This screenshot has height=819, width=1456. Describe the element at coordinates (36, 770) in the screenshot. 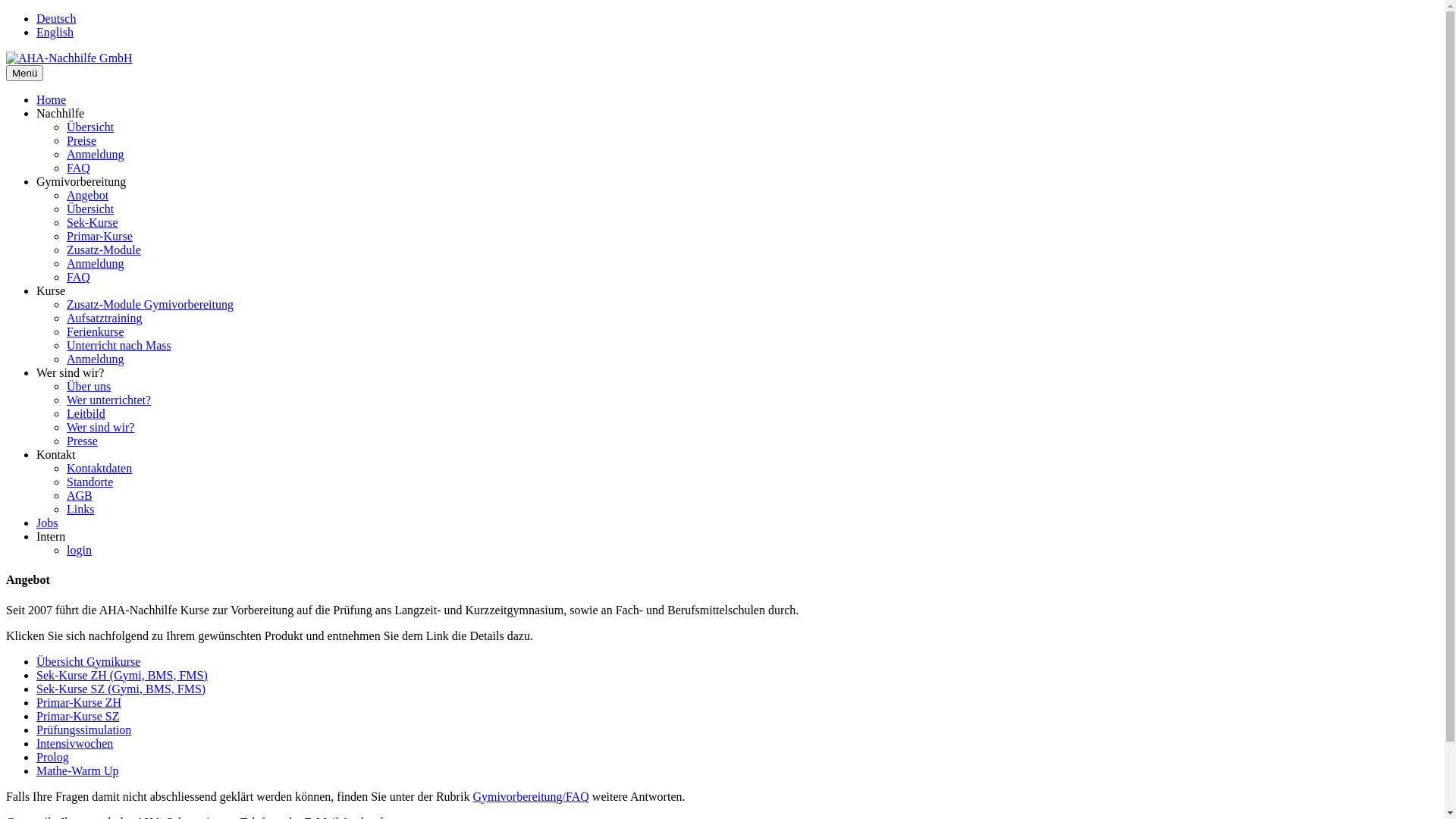

I see `'Mathe-Warm Up'` at that location.